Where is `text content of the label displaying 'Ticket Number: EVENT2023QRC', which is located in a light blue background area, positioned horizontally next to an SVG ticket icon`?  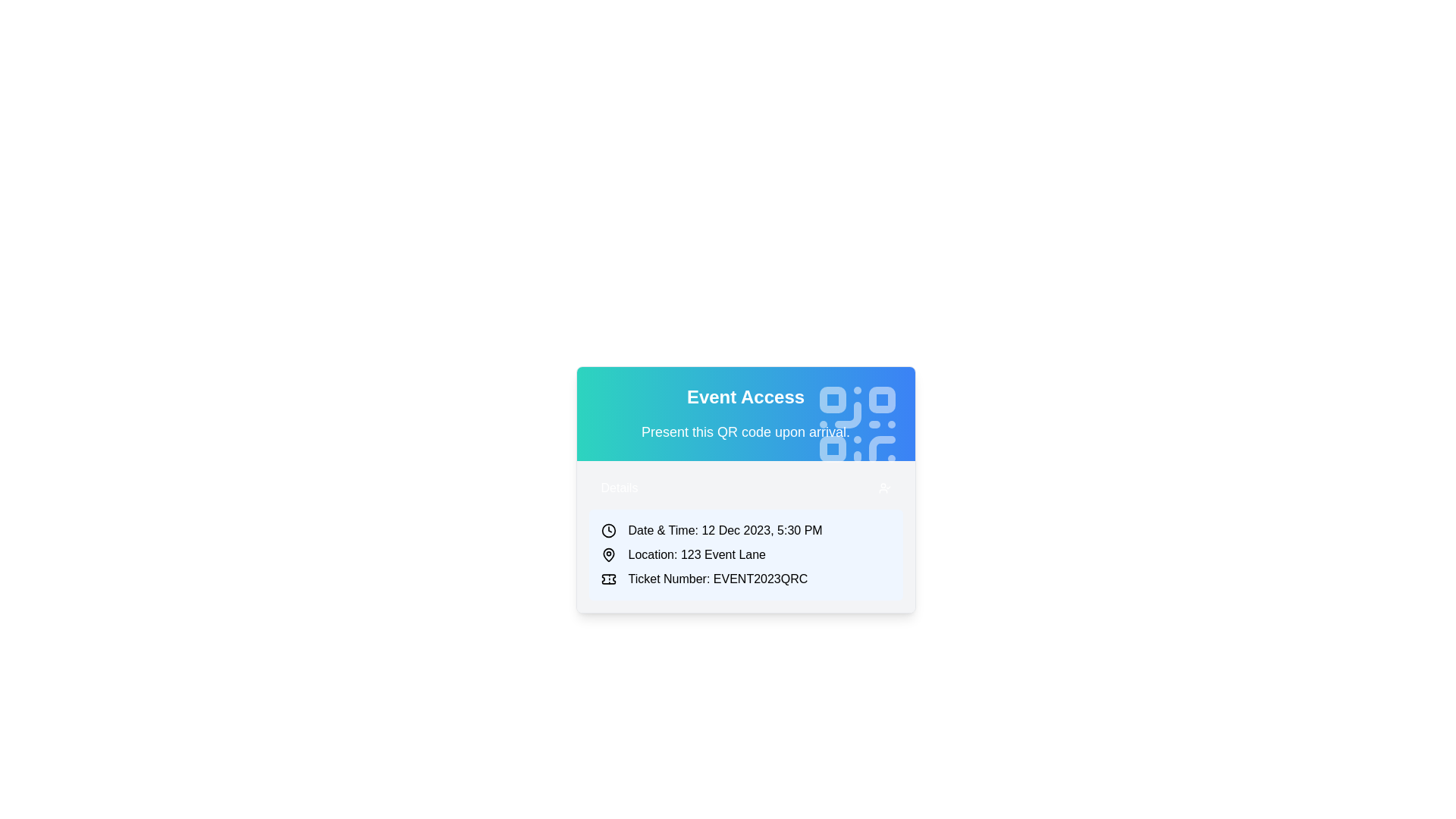 text content of the label displaying 'Ticket Number: EVENT2023QRC', which is located in a light blue background area, positioned horizontally next to an SVG ticket icon is located at coordinates (717, 579).